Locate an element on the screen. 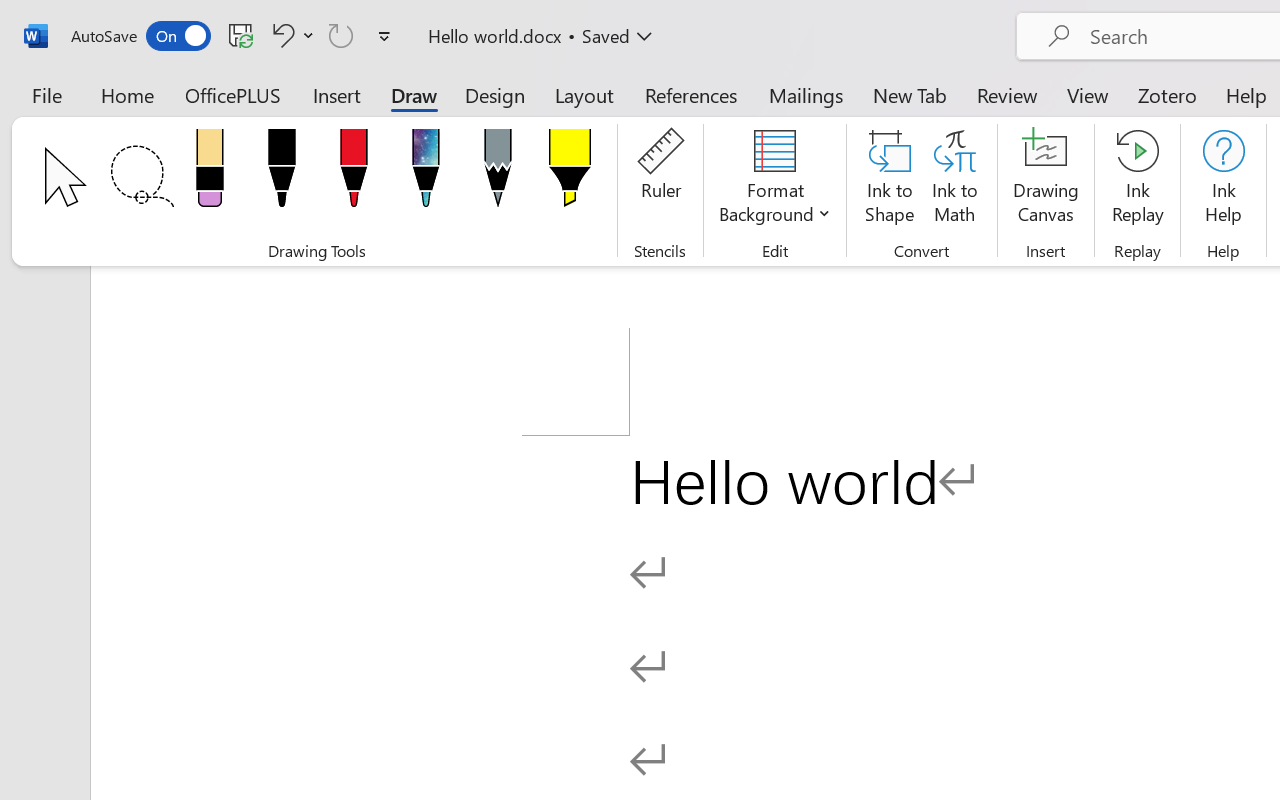  'Customize Quick Access Toolbar' is located at coordinates (384, 35).